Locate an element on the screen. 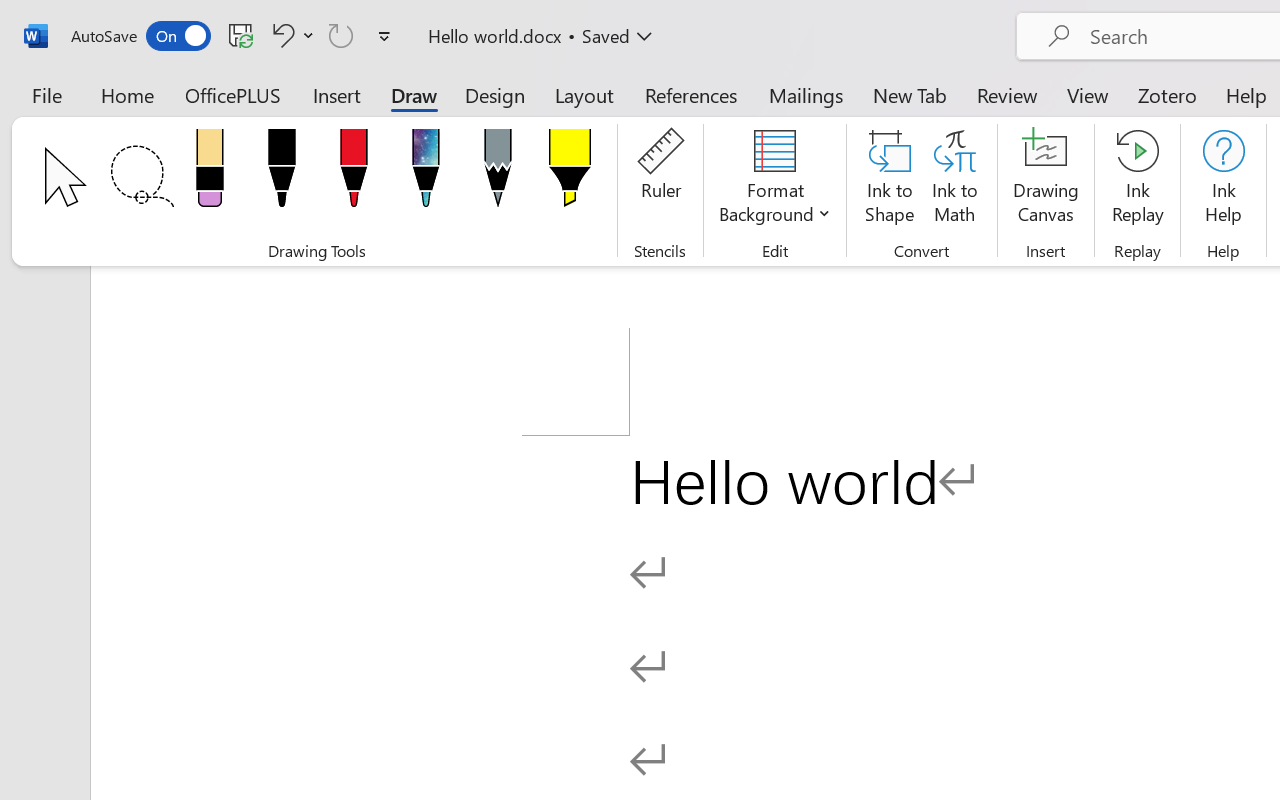  'Customize Quick Access Toolbar' is located at coordinates (384, 35).